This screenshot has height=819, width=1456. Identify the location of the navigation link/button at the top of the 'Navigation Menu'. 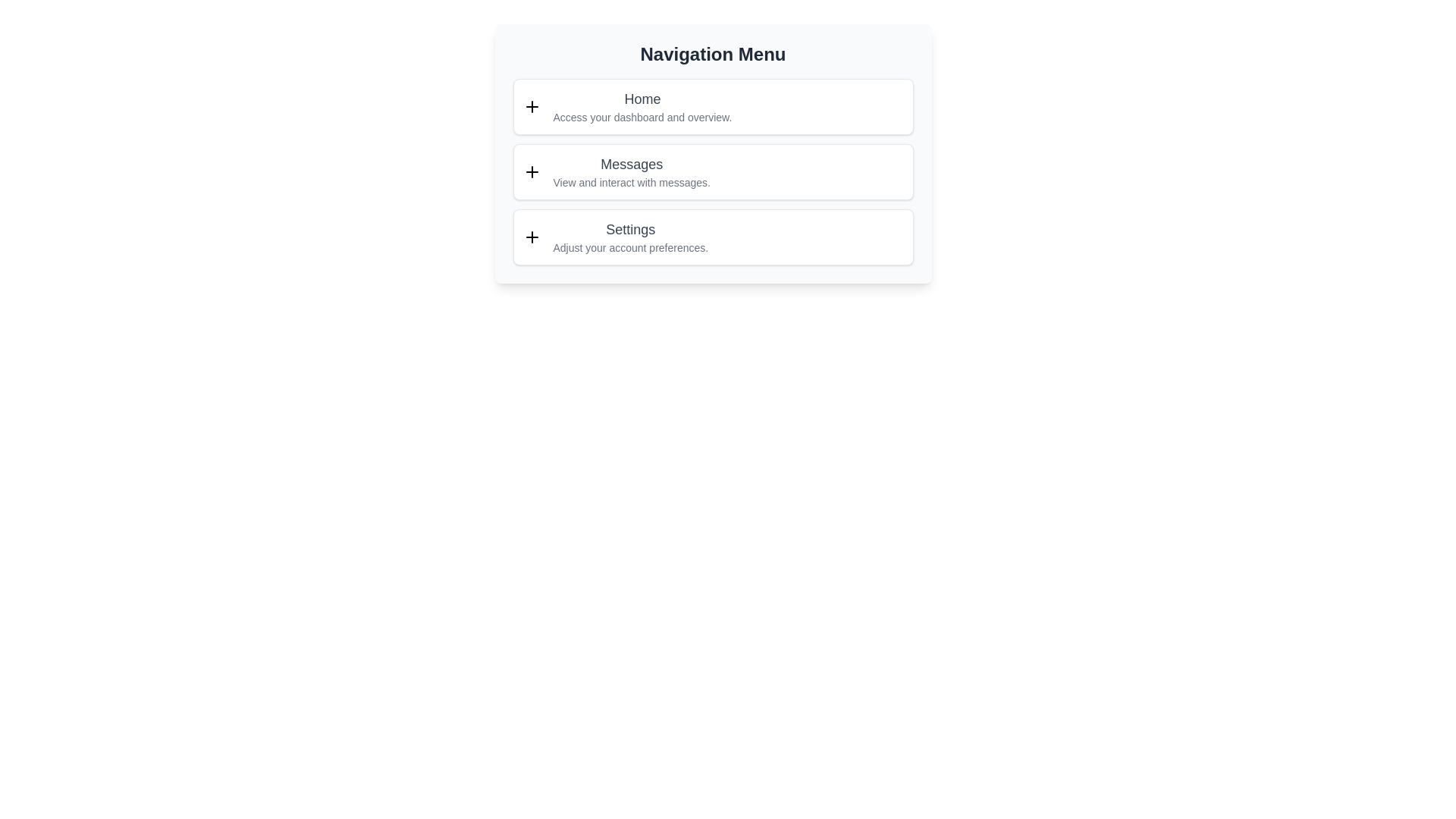
(712, 106).